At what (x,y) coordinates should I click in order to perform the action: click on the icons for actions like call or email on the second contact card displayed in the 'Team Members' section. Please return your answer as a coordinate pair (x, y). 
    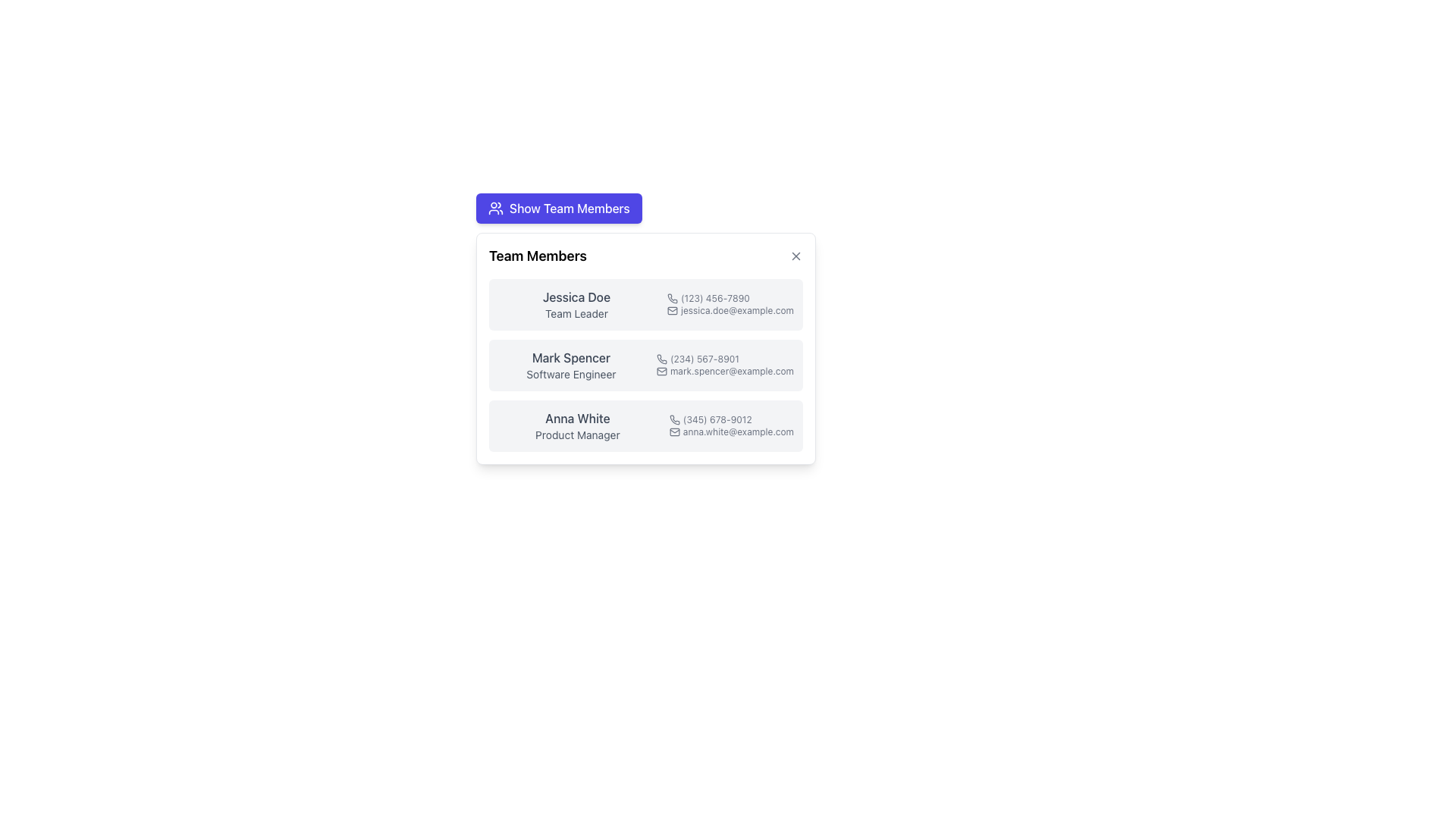
    Looking at the image, I should click on (645, 366).